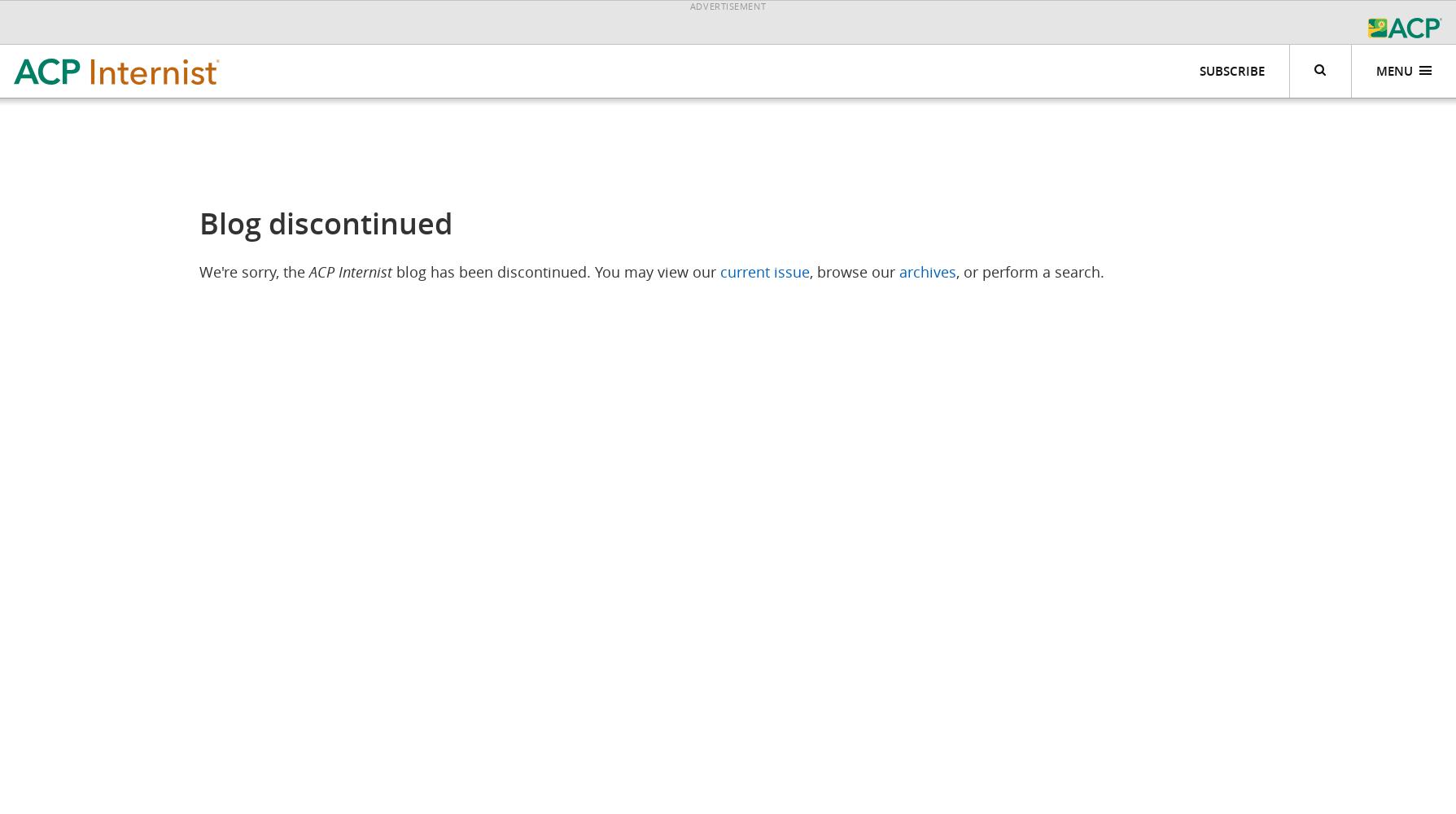 The image size is (1456, 814). Describe the element at coordinates (897, 271) in the screenshot. I see `'archives'` at that location.